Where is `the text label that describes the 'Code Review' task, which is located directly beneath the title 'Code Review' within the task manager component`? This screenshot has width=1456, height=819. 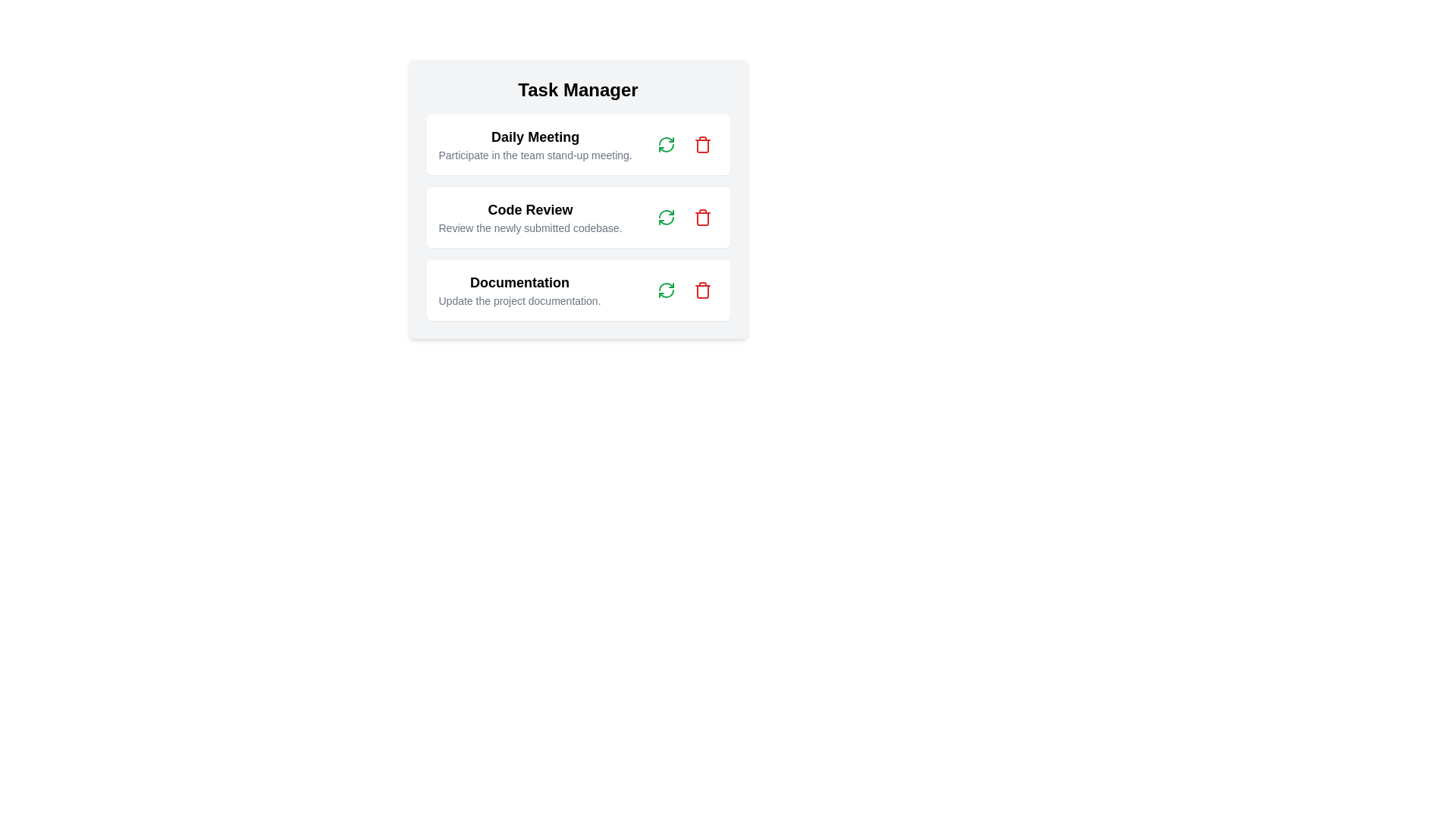
the text label that describes the 'Code Review' task, which is located directly beneath the title 'Code Review' within the task manager component is located at coordinates (530, 227).